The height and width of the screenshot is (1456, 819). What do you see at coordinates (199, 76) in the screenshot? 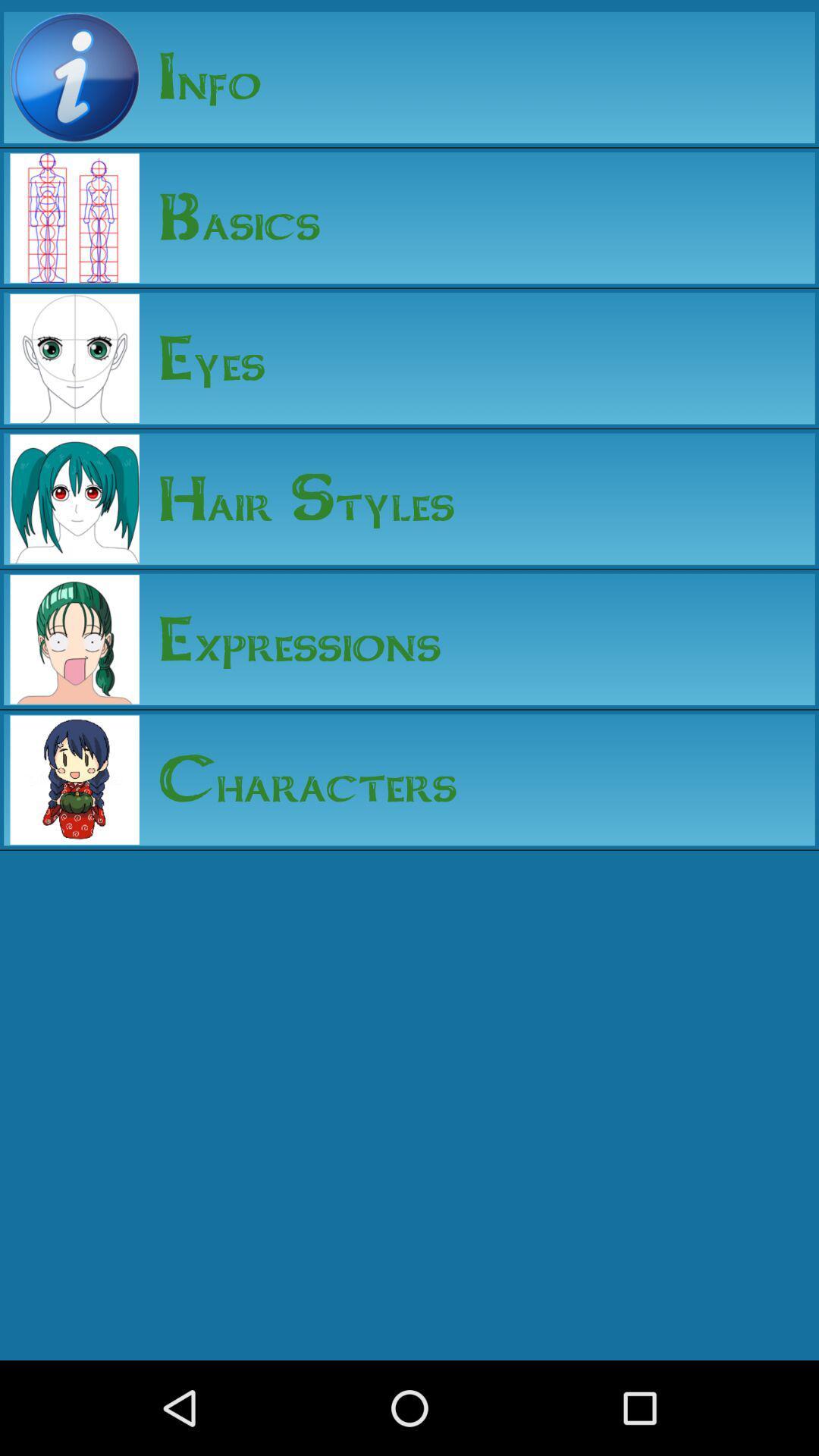
I see `the info` at bounding box center [199, 76].